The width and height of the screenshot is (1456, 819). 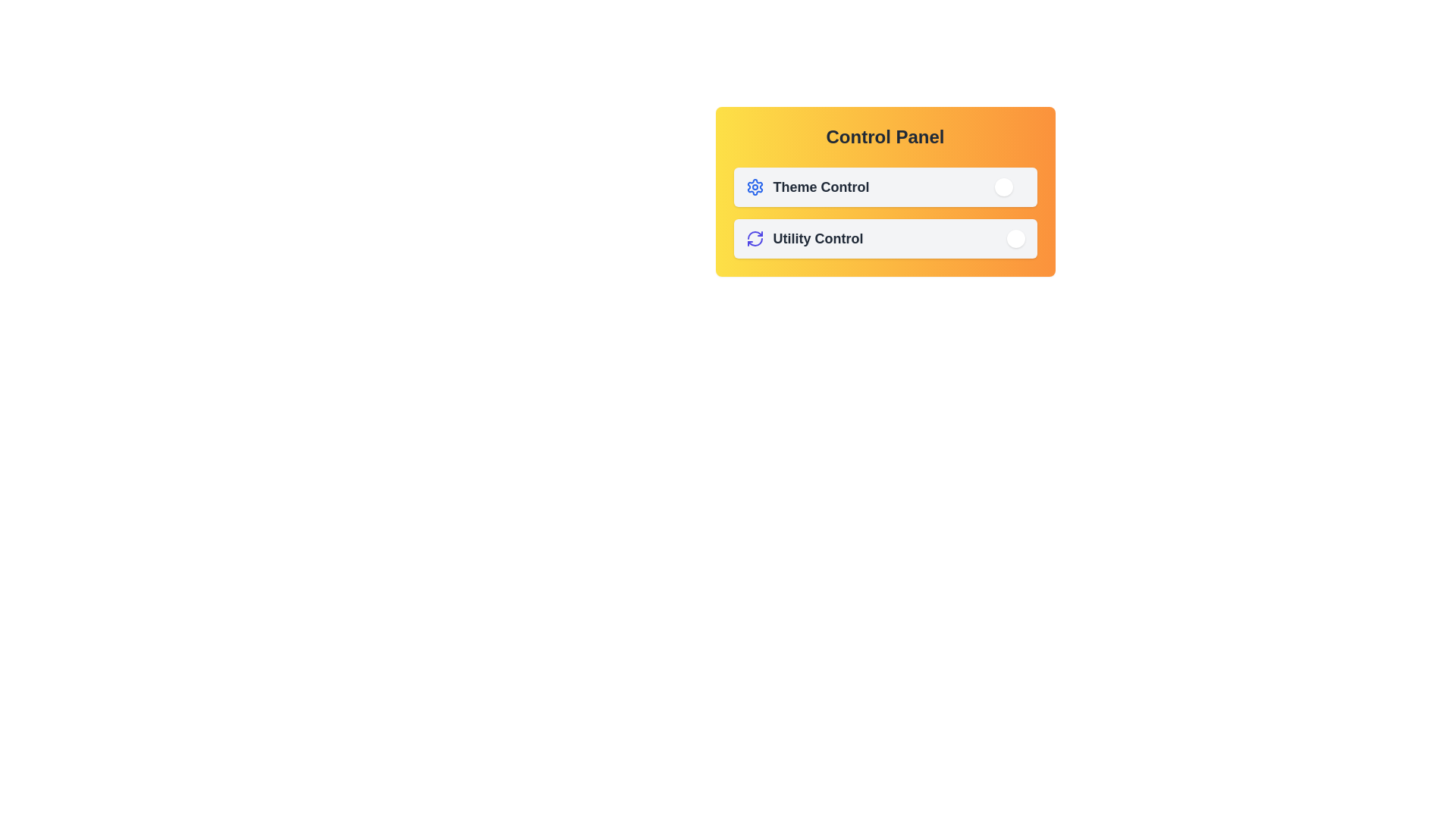 What do you see at coordinates (803, 239) in the screenshot?
I see `text label indicating the 'Utility Control' feature, which is located in the second row of the control panel to the left of the toggle switch` at bounding box center [803, 239].